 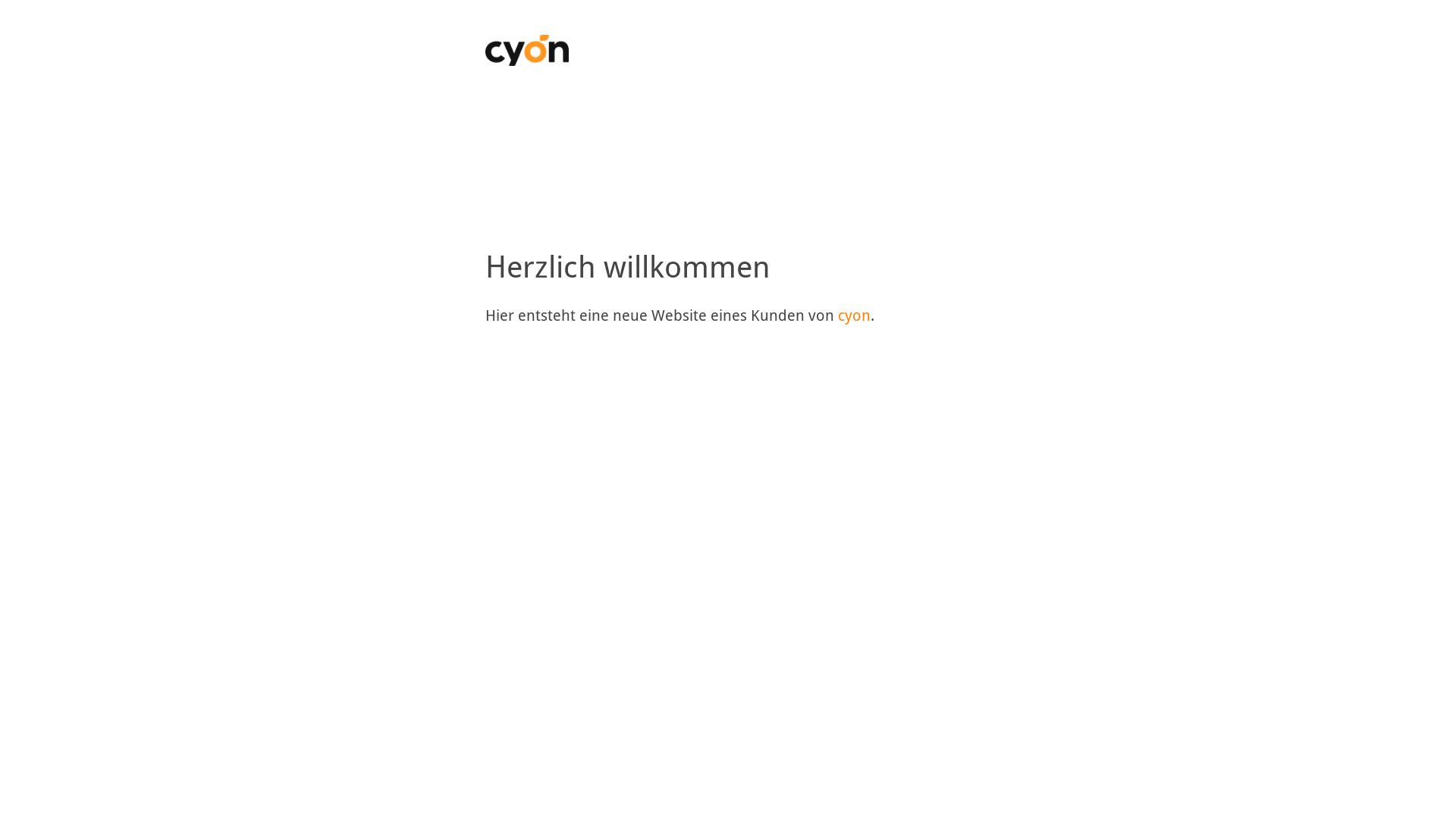 I want to click on 'cyon', so click(x=836, y=315).